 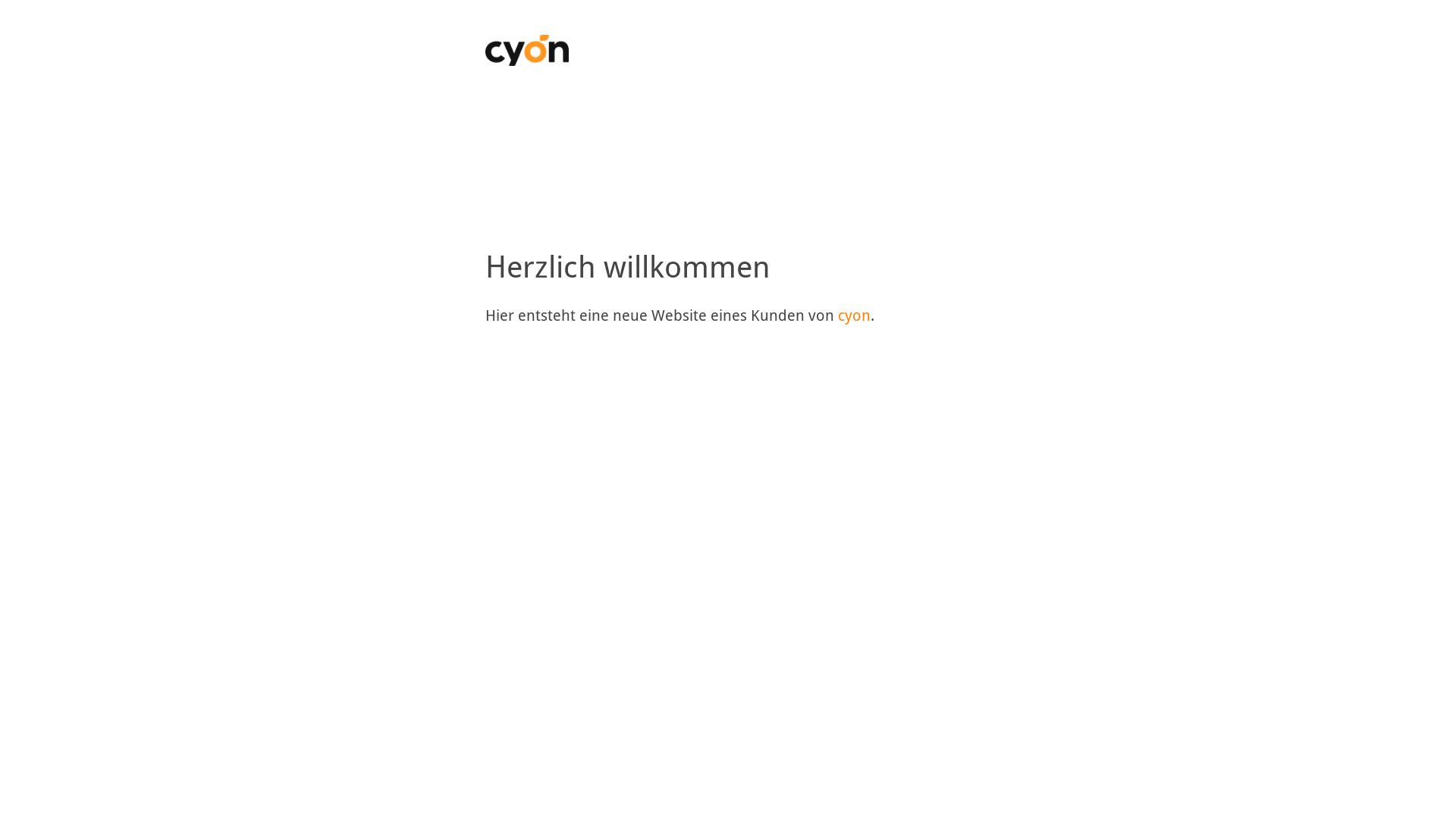 I want to click on 'cyon', so click(x=836, y=315).